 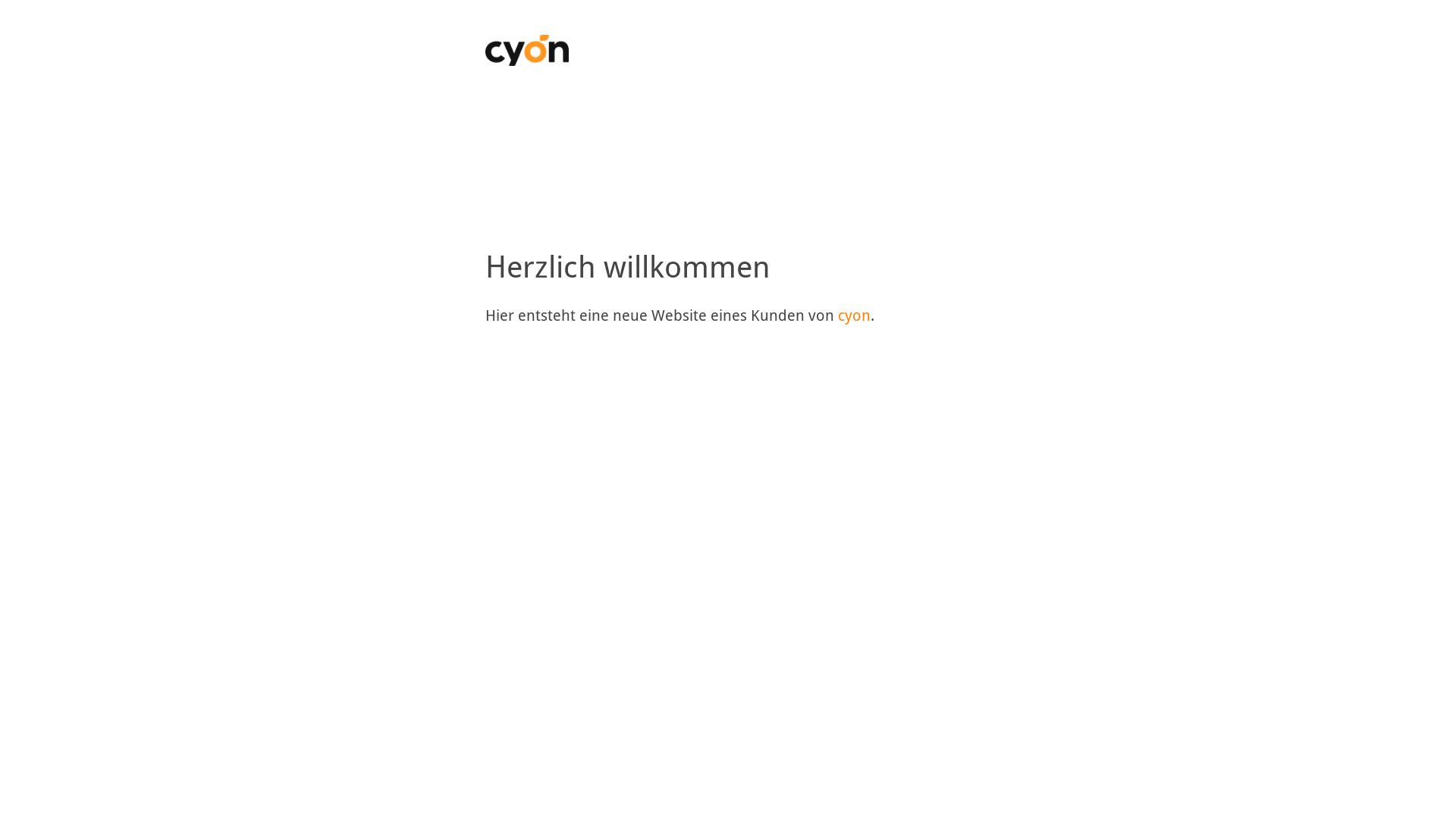 I want to click on 'cyon', so click(x=836, y=315).